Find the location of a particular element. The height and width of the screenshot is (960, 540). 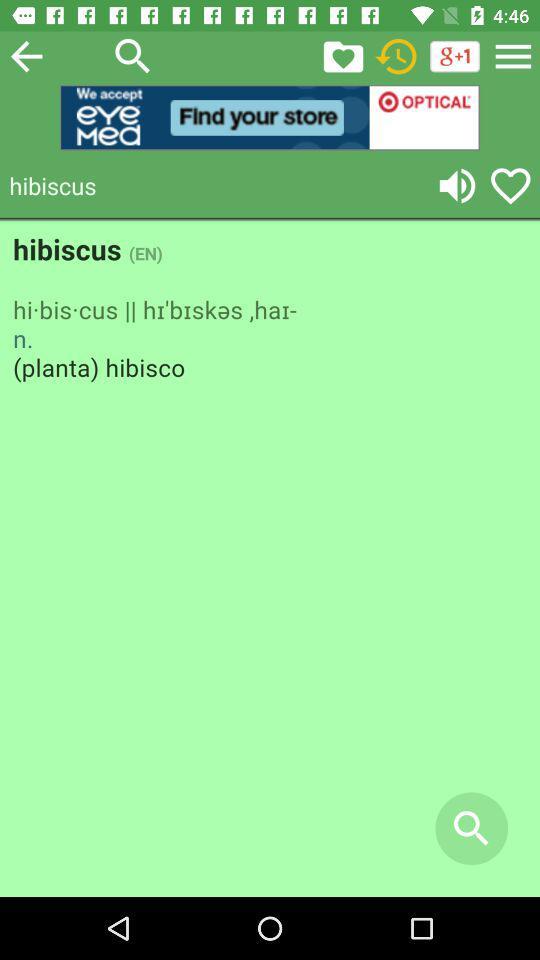

explore the advertisement is located at coordinates (270, 117).